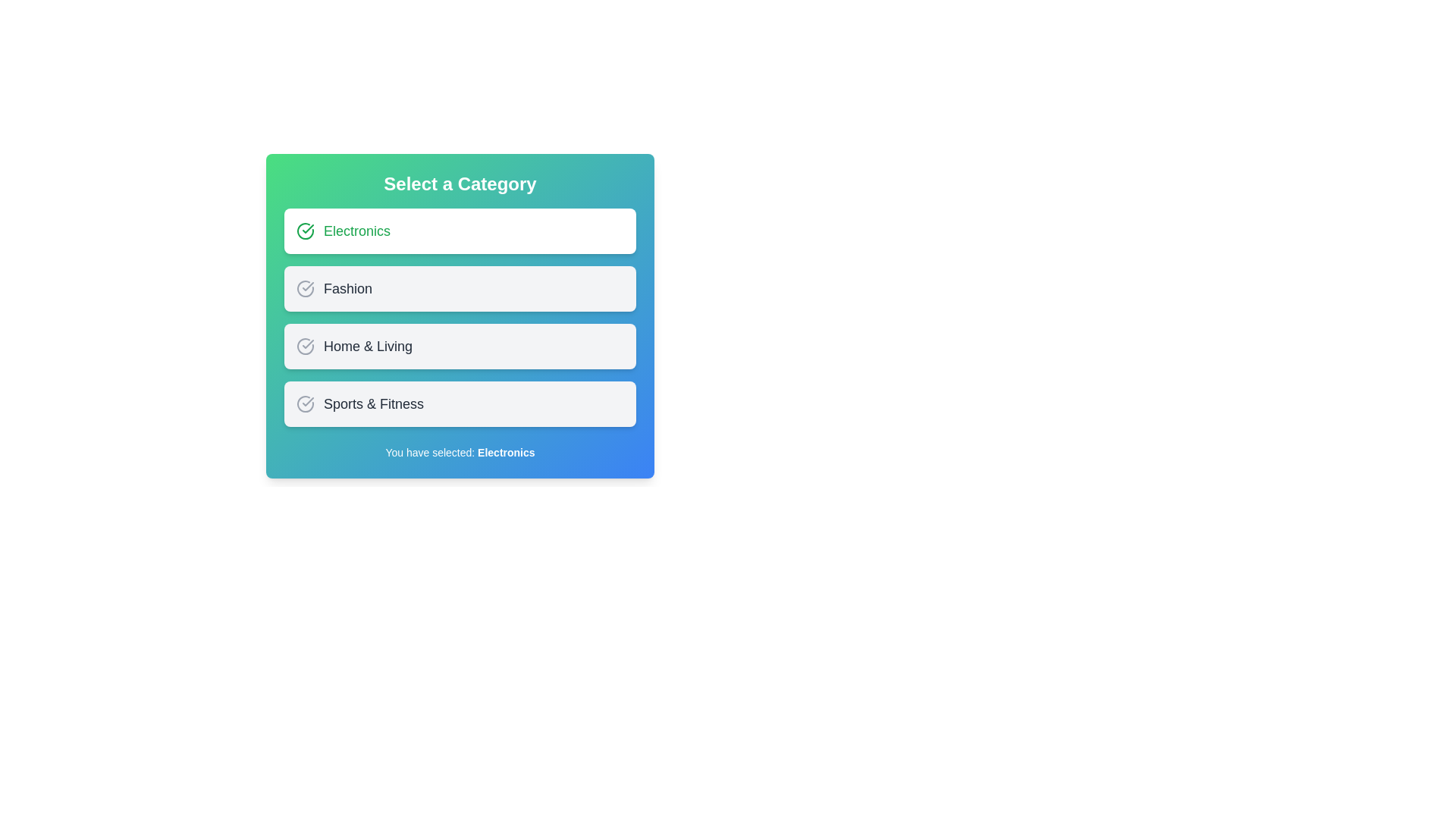 The width and height of the screenshot is (1456, 819). What do you see at coordinates (305, 403) in the screenshot?
I see `the unselected status icon for the 'Sports & Fitness' category, located in the fourth row of the category selection list` at bounding box center [305, 403].